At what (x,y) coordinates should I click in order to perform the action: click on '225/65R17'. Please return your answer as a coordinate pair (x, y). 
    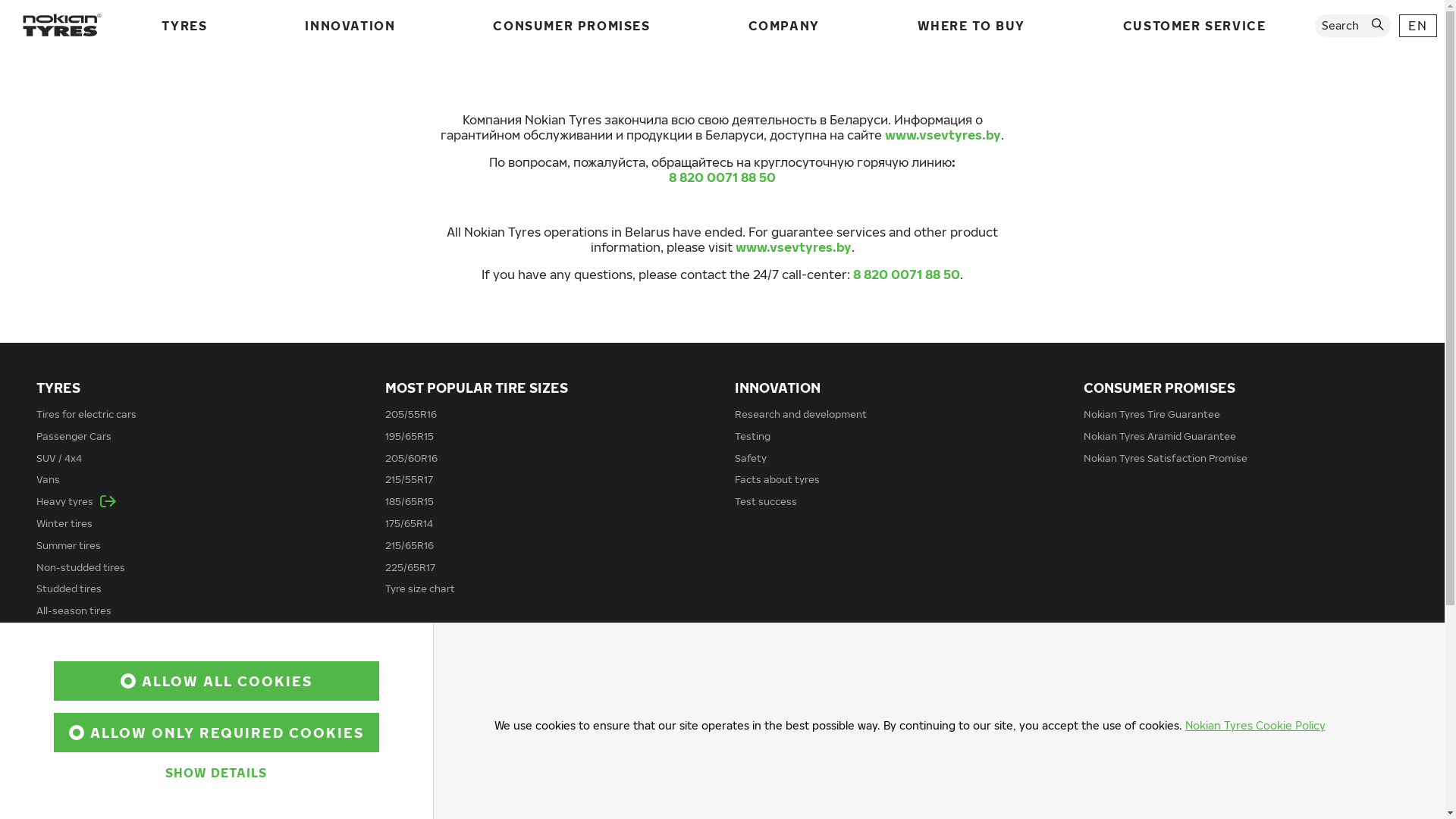
    Looking at the image, I should click on (410, 567).